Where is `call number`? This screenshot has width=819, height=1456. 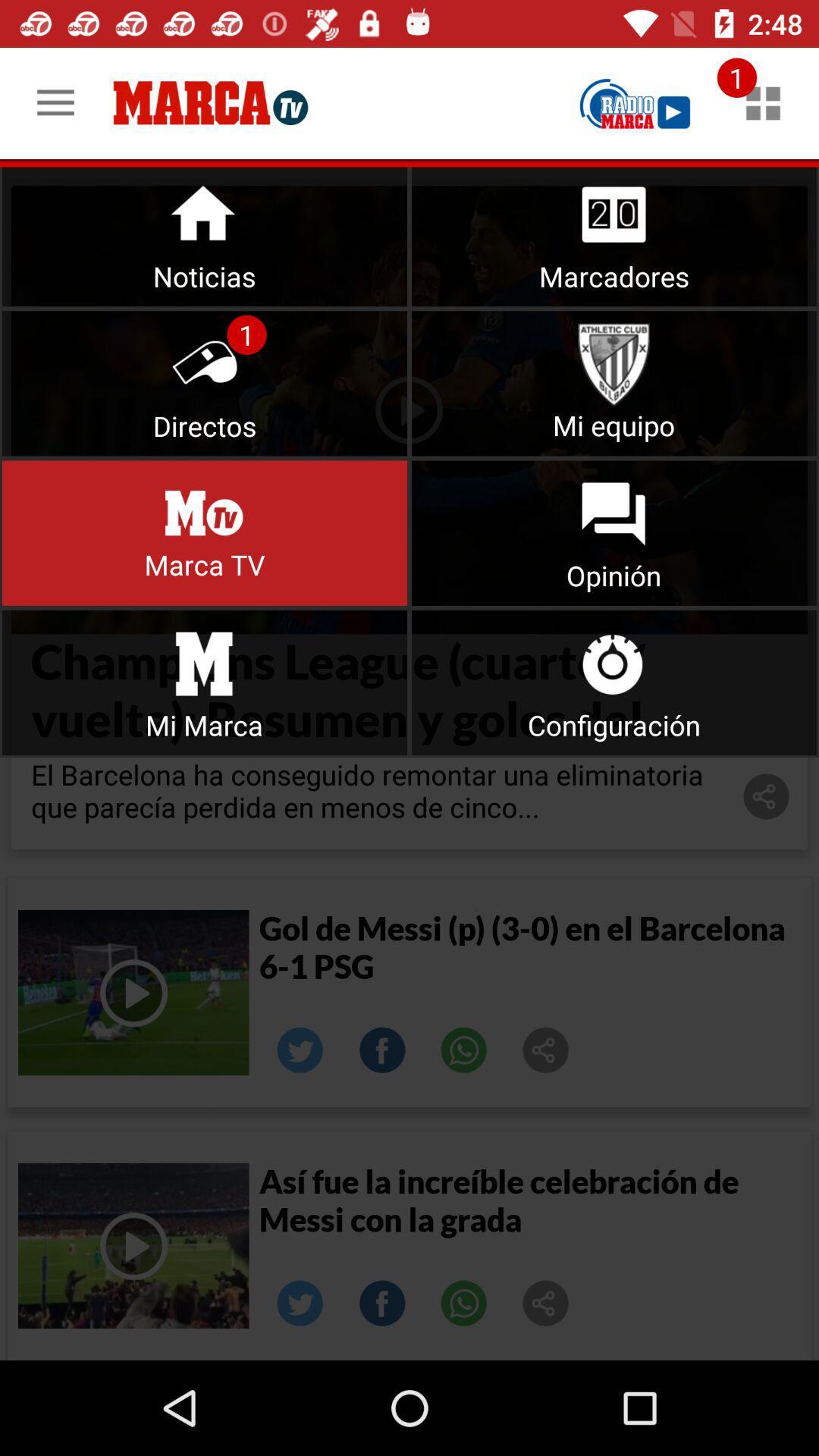
call number is located at coordinates (463, 1050).